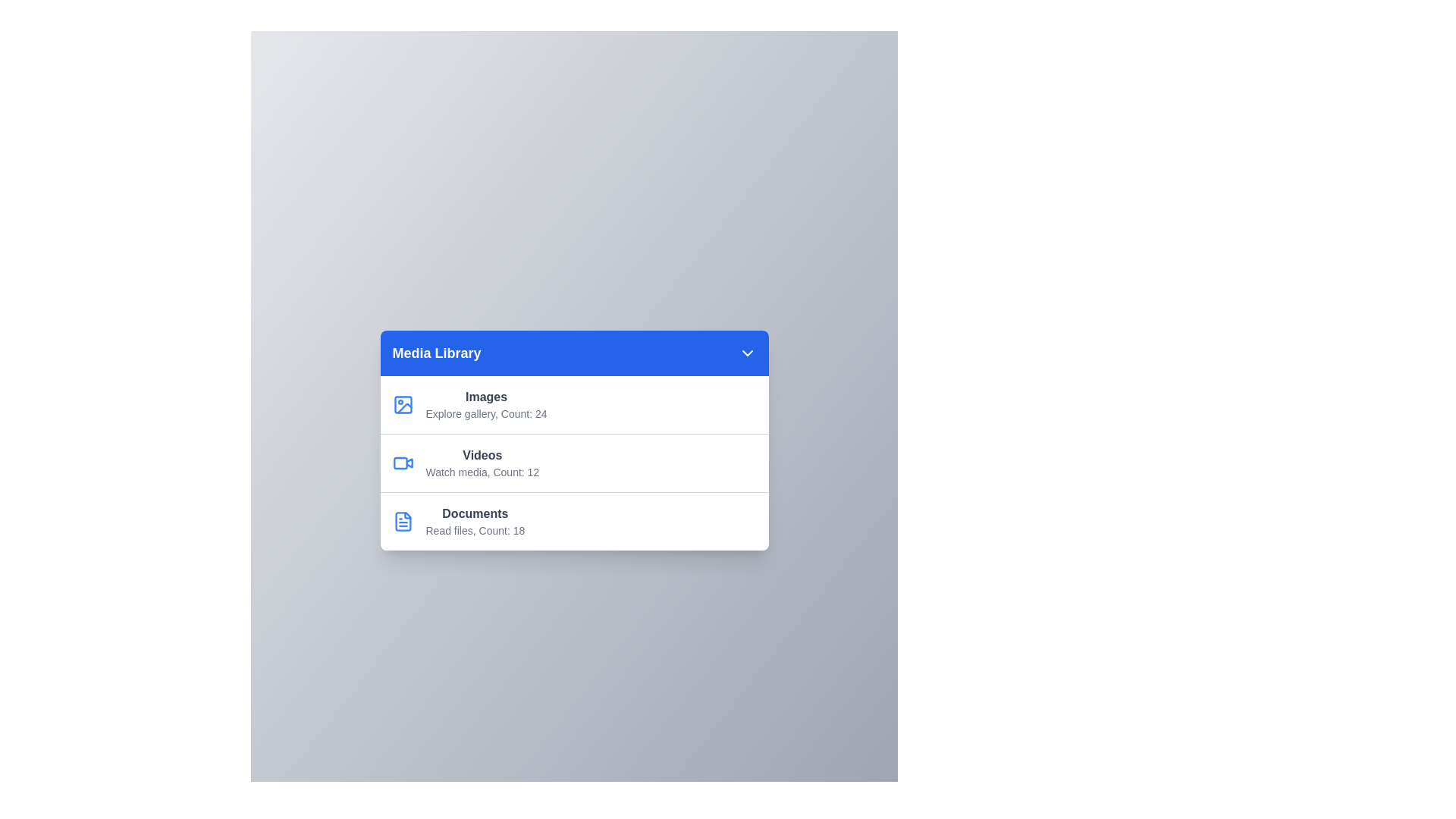 The image size is (1456, 819). I want to click on the media item Images from the menu, so click(573, 403).